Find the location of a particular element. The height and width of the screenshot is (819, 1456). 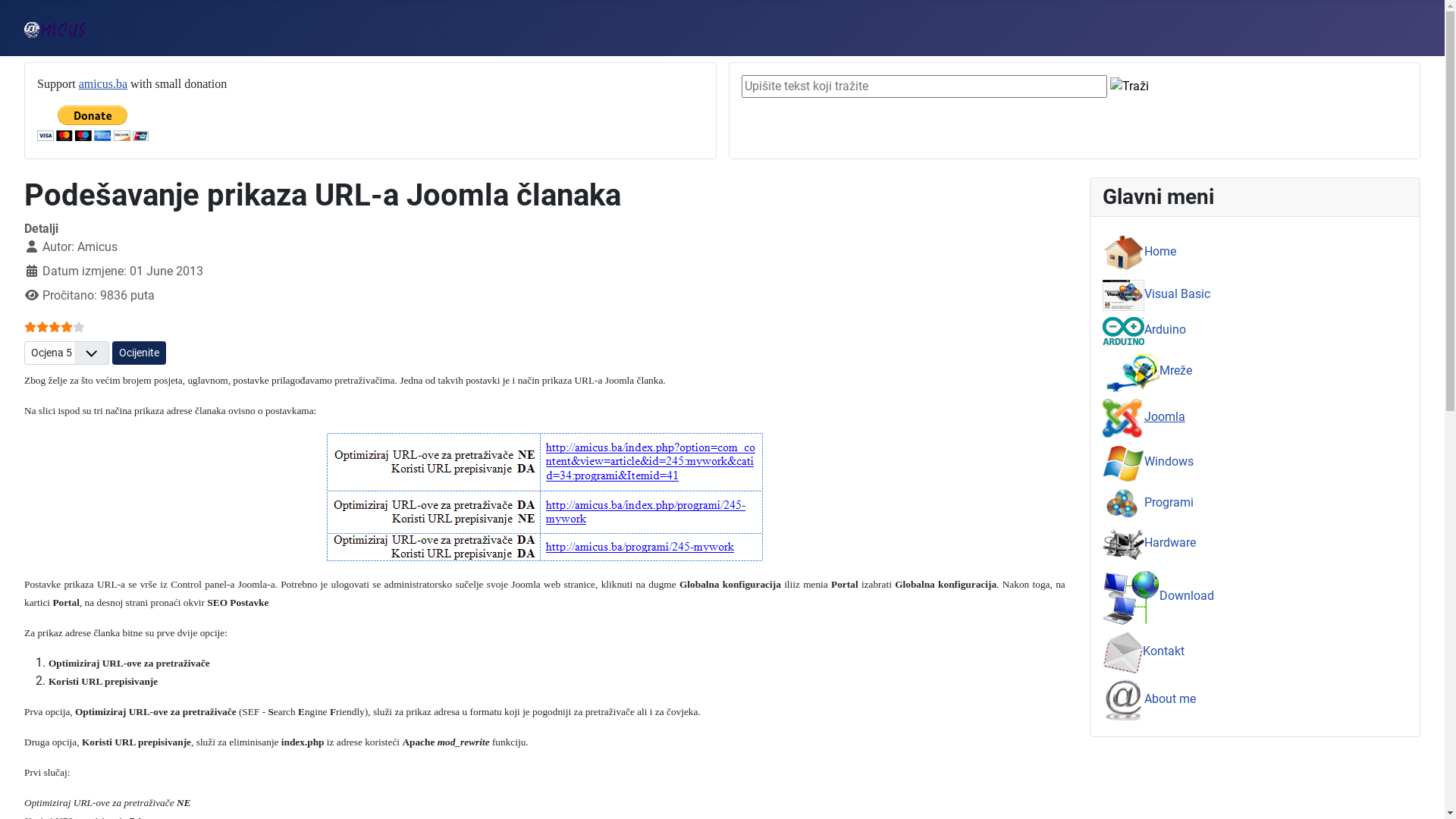

'Joomla' is located at coordinates (1144, 416).